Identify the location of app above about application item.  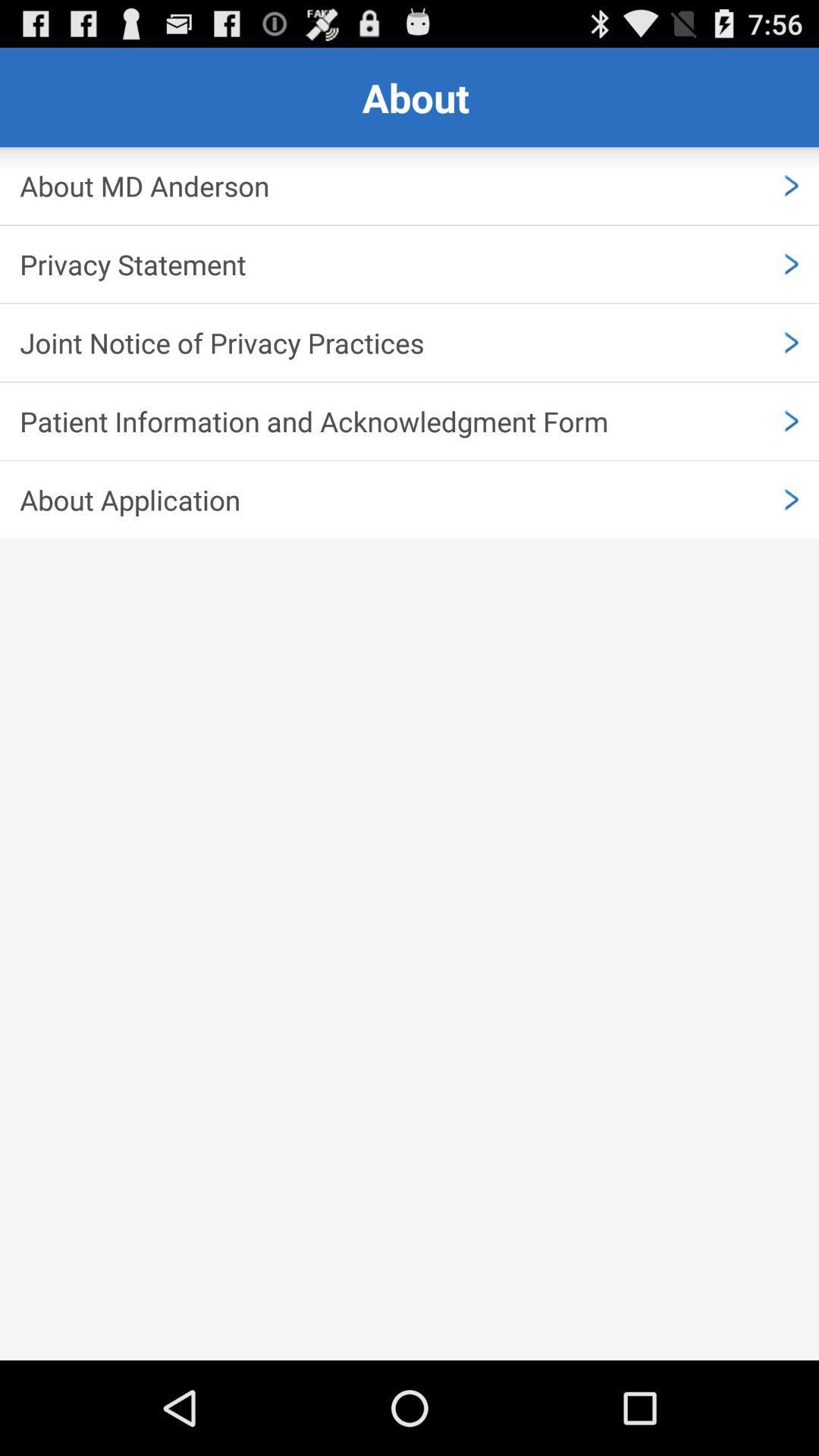
(409, 421).